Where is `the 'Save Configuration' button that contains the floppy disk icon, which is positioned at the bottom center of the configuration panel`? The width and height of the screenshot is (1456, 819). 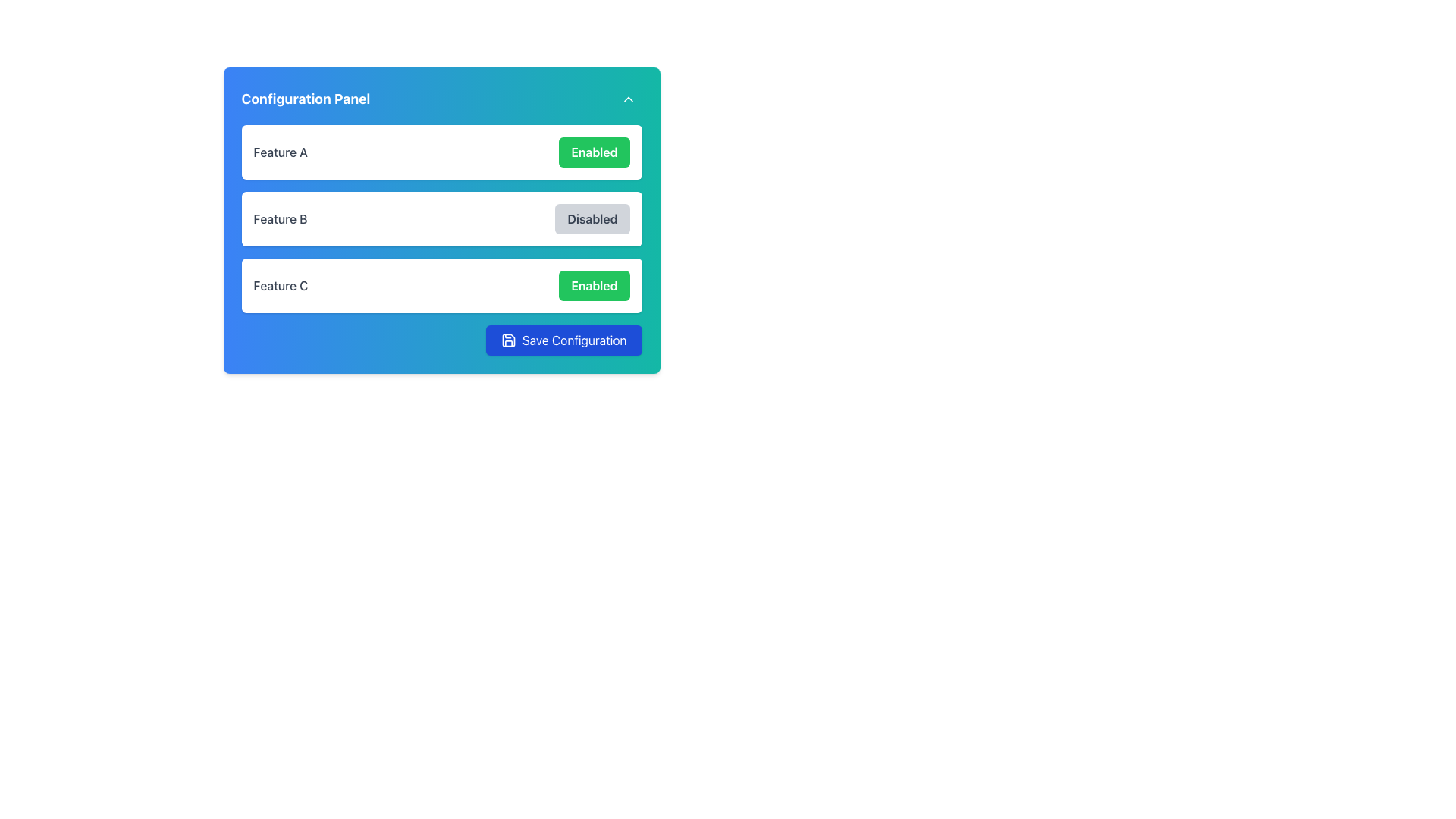
the 'Save Configuration' button that contains the floppy disk icon, which is positioned at the bottom center of the configuration panel is located at coordinates (508, 339).